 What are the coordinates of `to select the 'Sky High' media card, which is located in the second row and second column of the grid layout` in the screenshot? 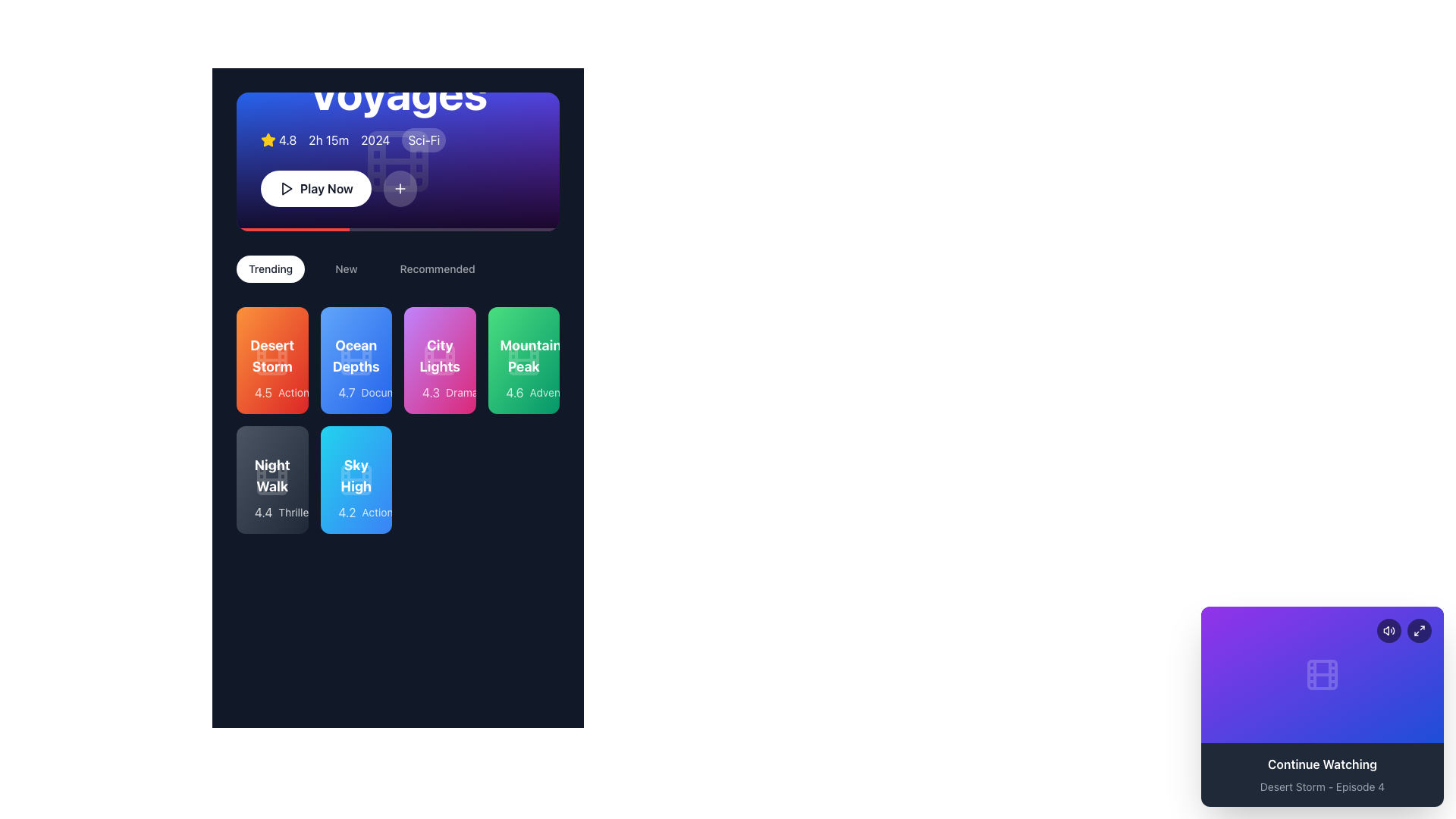 It's located at (355, 480).